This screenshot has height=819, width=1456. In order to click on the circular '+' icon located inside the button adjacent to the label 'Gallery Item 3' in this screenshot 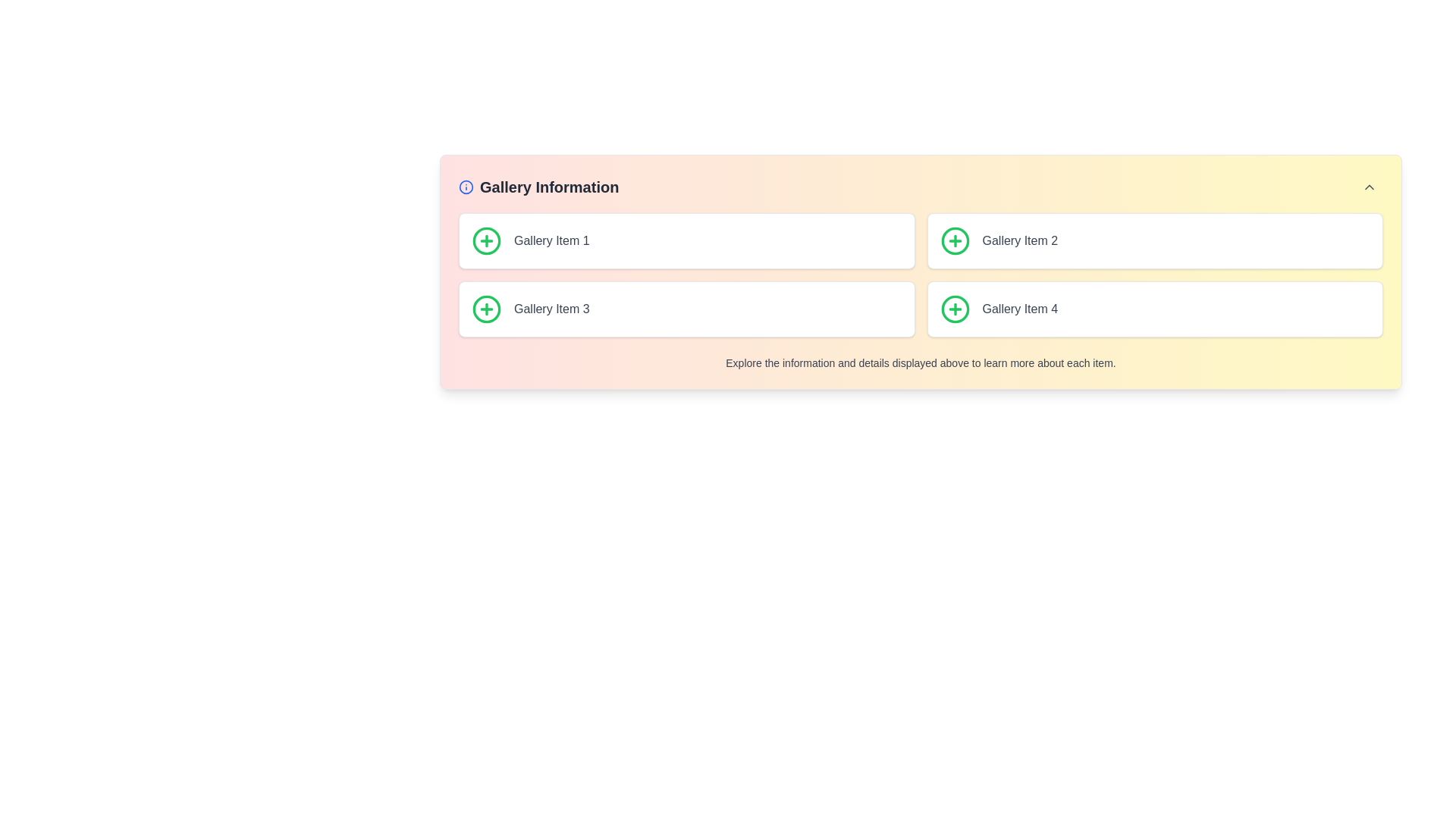, I will do `click(487, 309)`.